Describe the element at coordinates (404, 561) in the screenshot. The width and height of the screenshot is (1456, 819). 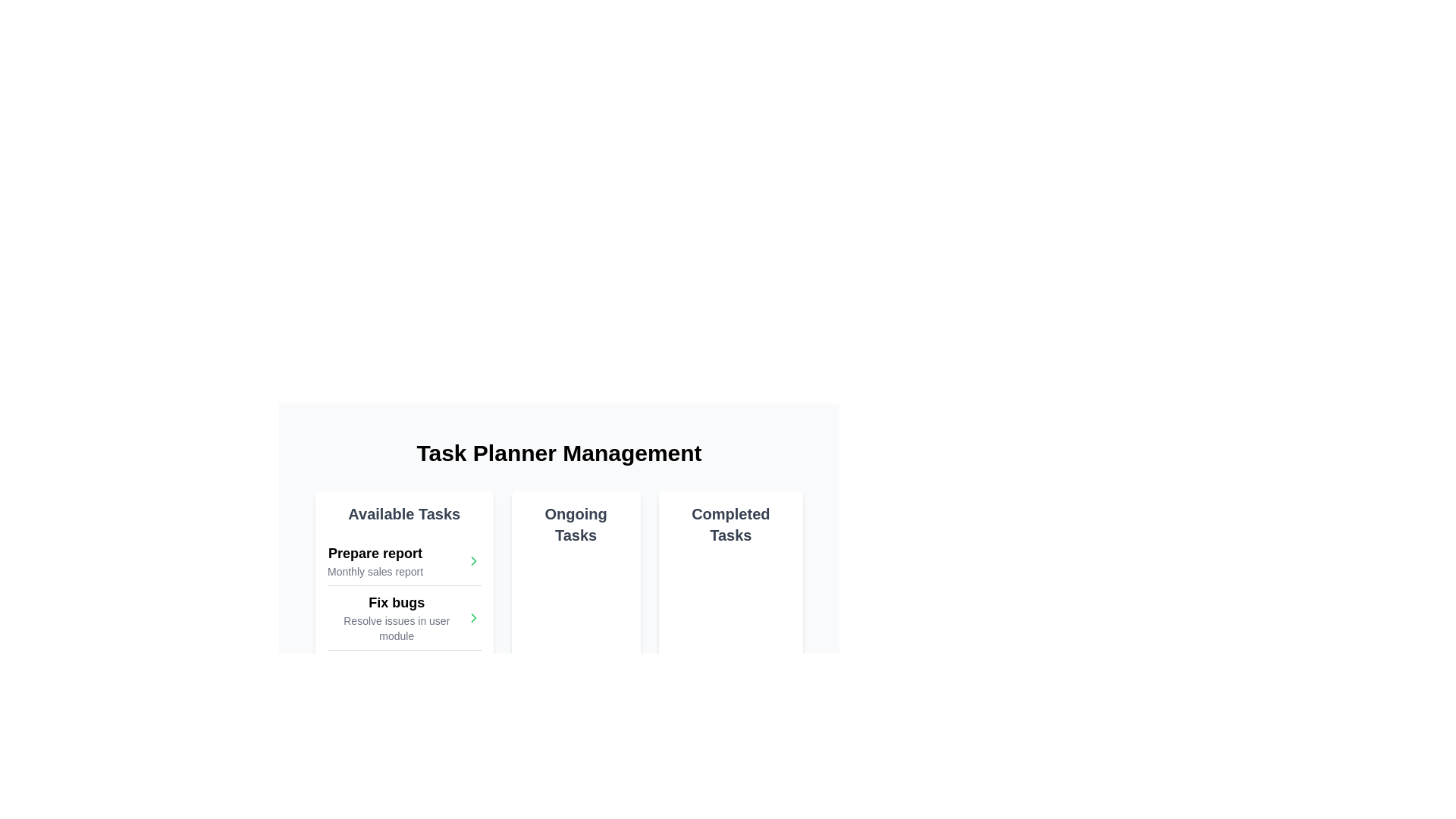
I see `the first task item in the 'Available Tasks' section` at that location.